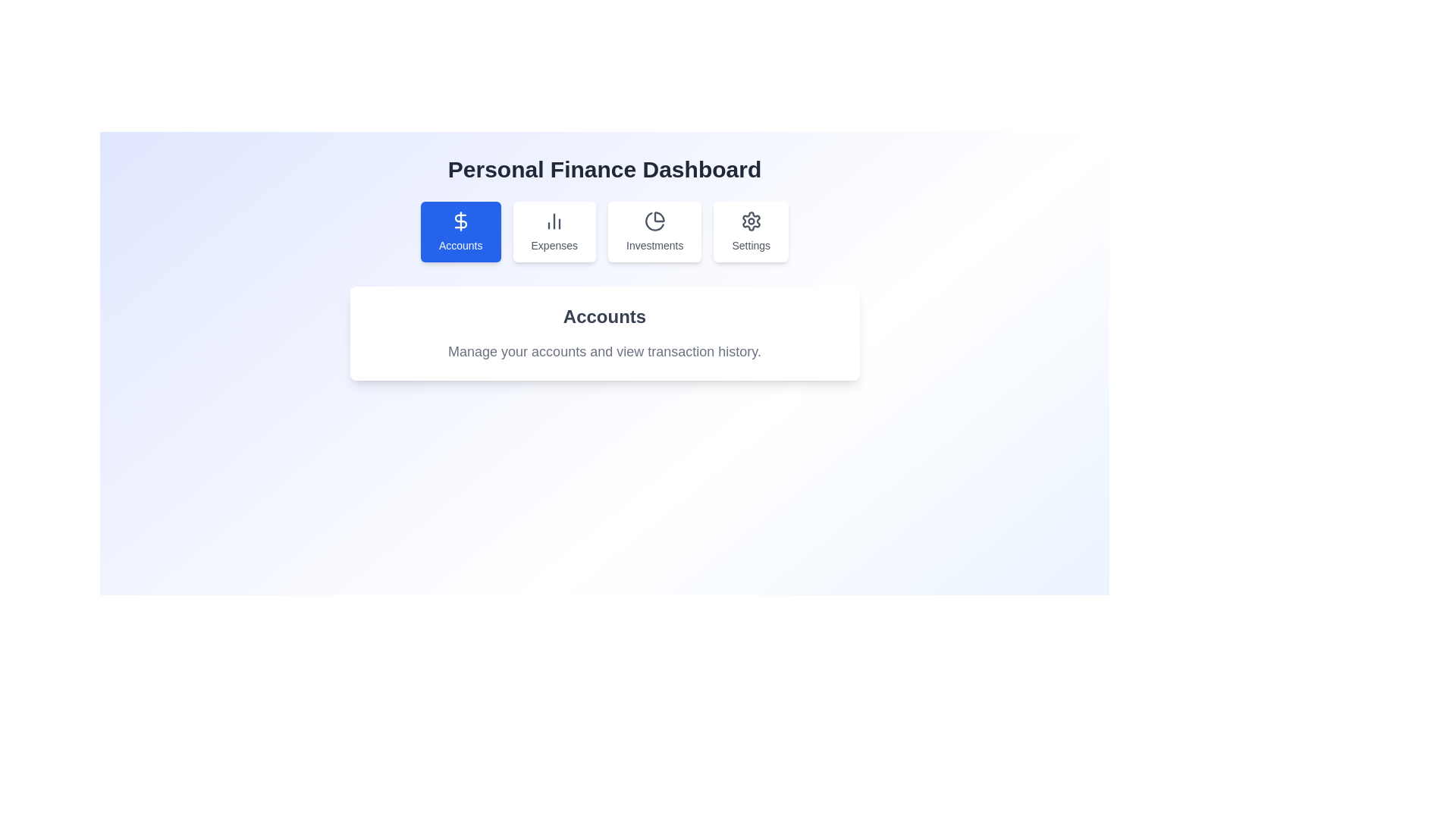  Describe the element at coordinates (460, 245) in the screenshot. I see `the Text label that provides information about the 'Accounts' button, which is positioned at the center-bottom of the blue button` at that location.